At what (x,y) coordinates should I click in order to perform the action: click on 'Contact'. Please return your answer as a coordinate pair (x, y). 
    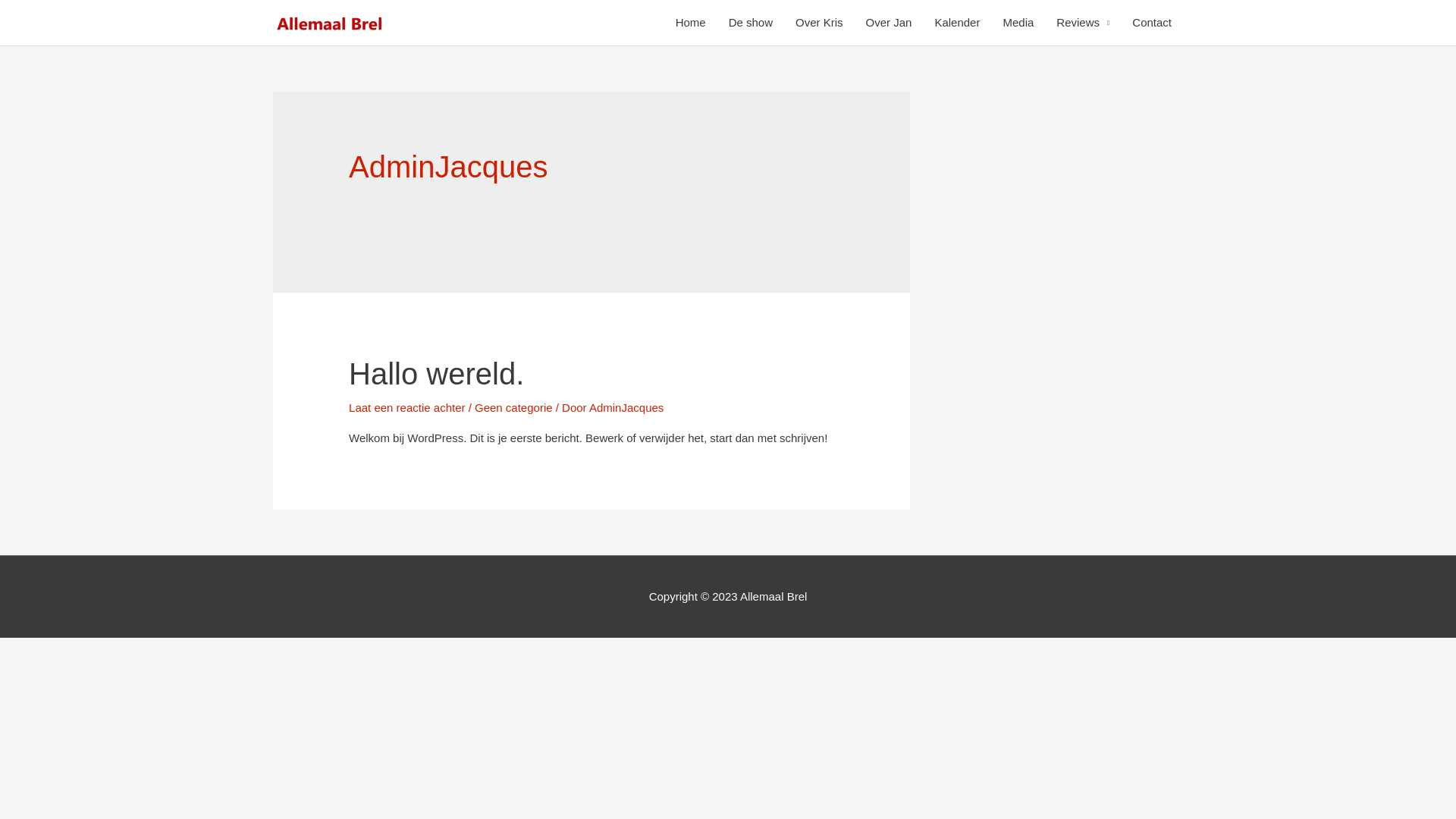
    Looking at the image, I should click on (1121, 23).